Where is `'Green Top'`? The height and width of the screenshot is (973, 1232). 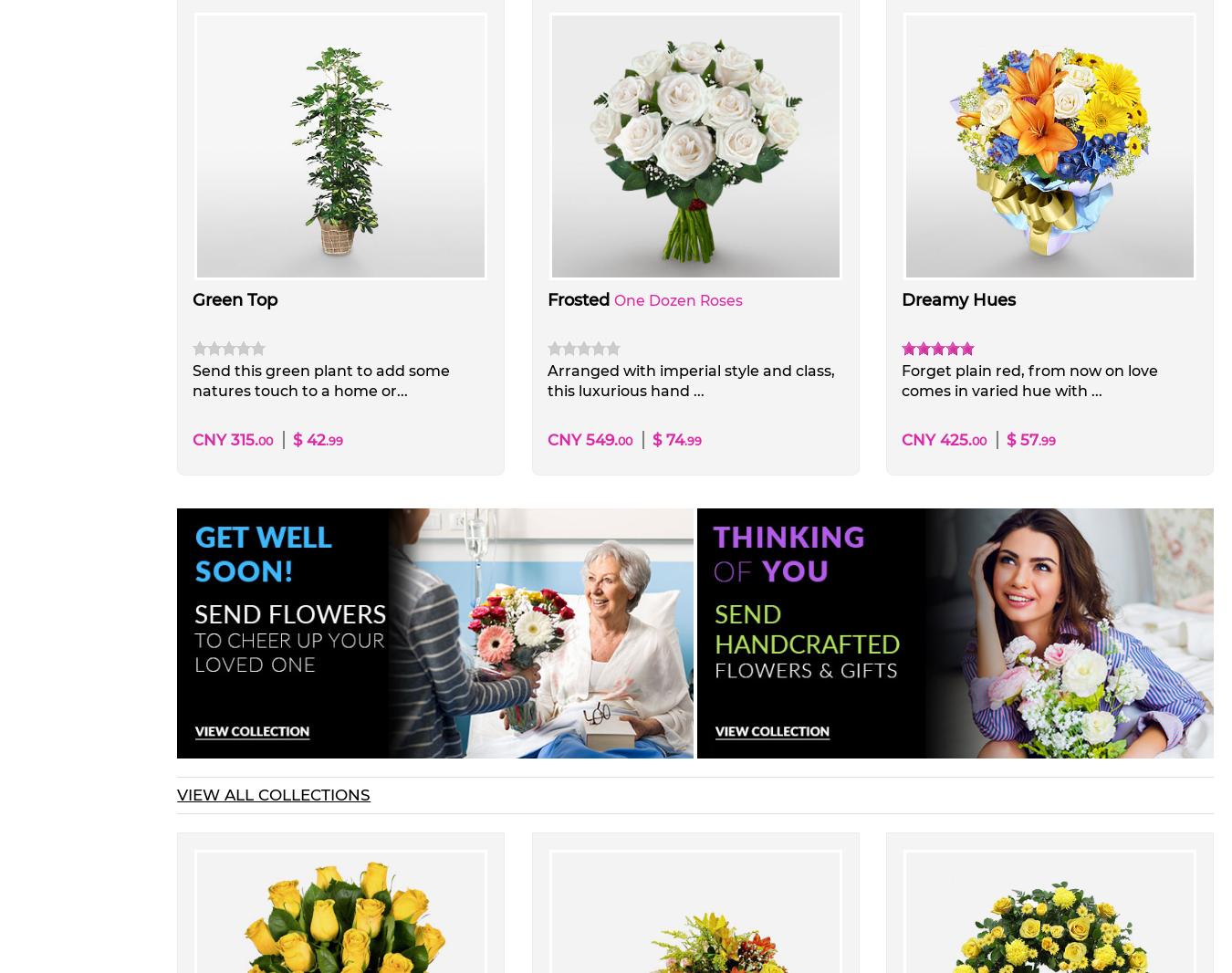
'Green Top' is located at coordinates (193, 299).